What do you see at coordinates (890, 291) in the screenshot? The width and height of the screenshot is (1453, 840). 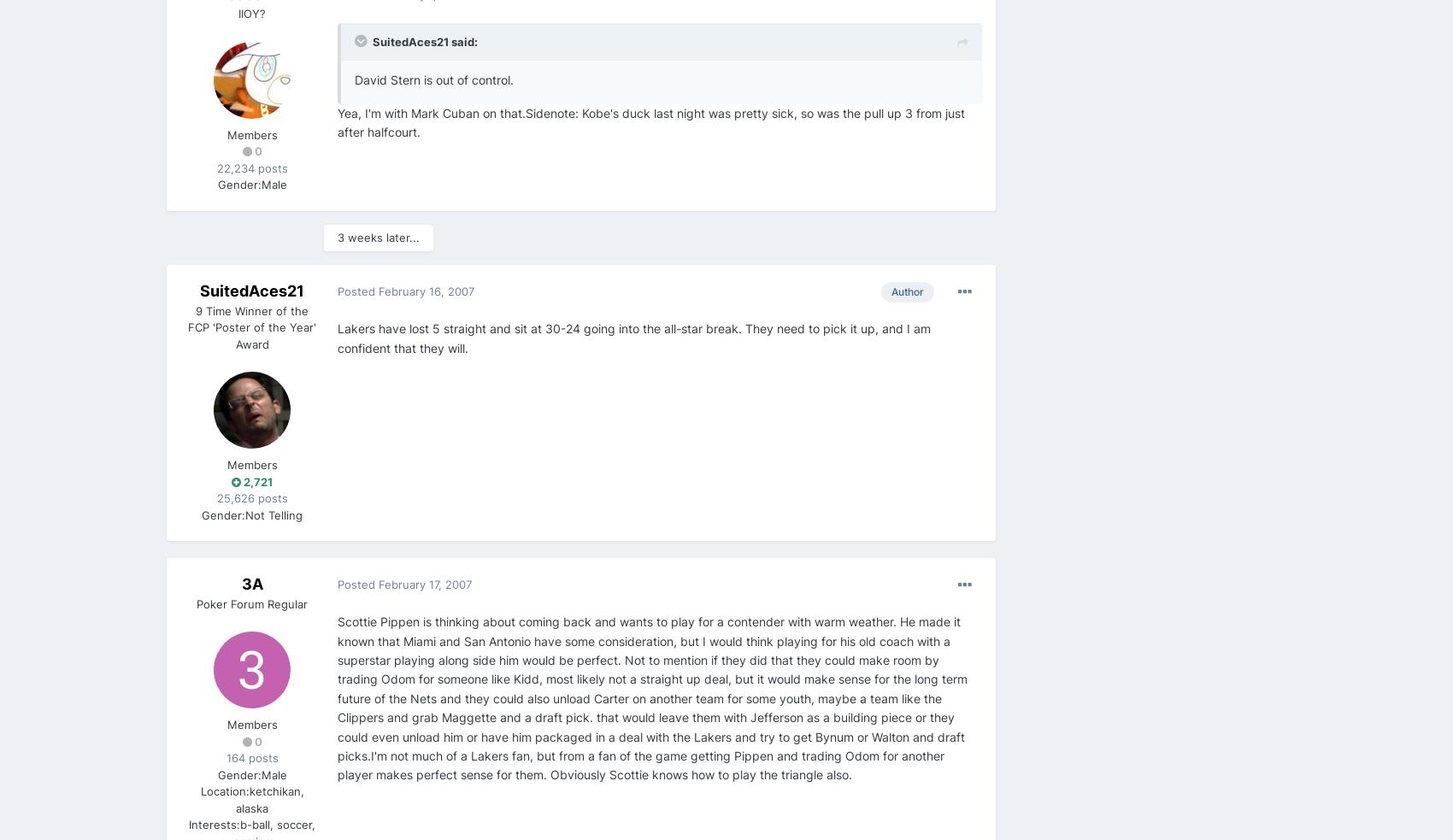 I see `'Author'` at bounding box center [890, 291].